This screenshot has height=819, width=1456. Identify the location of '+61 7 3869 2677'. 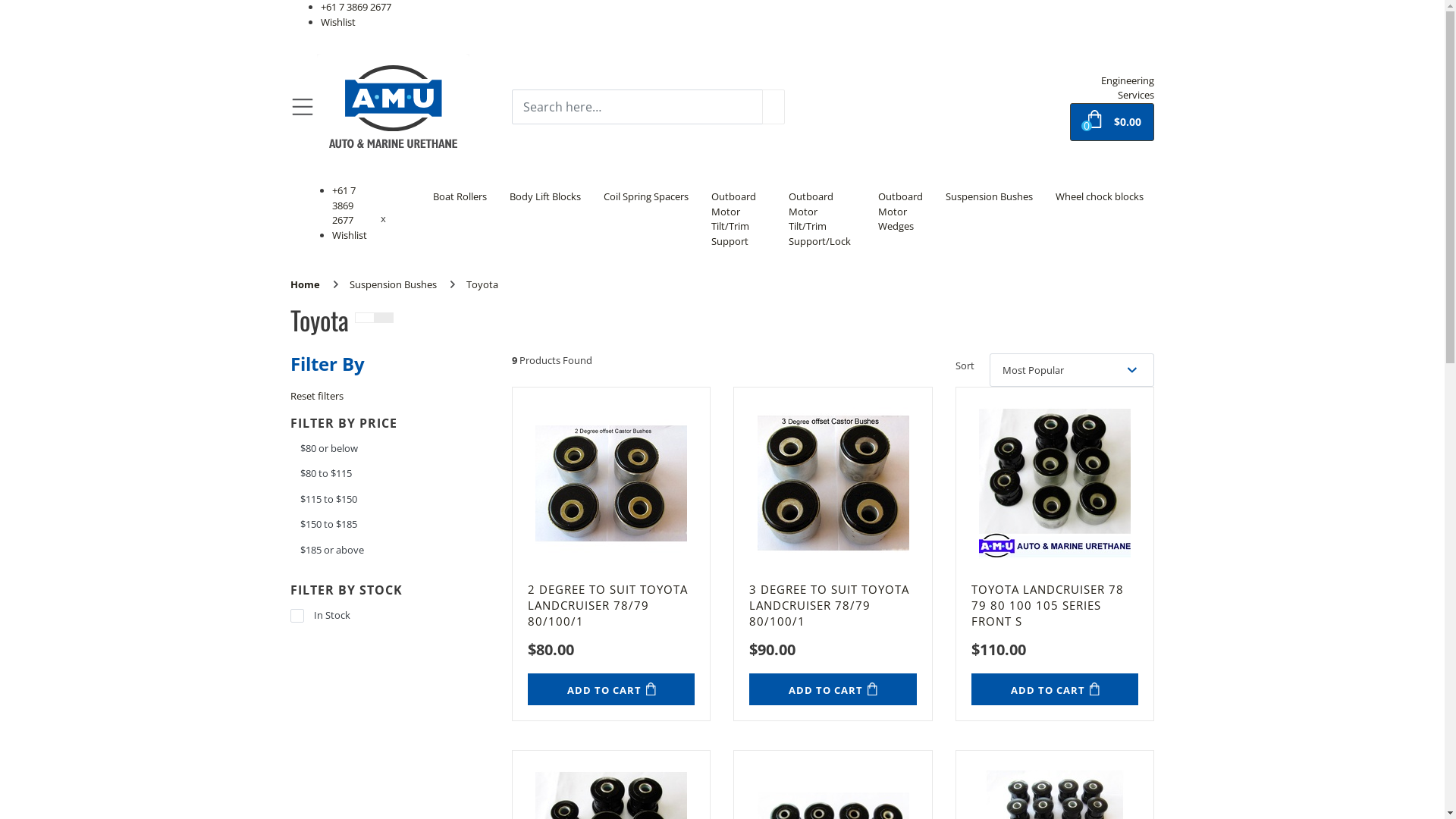
(354, 6).